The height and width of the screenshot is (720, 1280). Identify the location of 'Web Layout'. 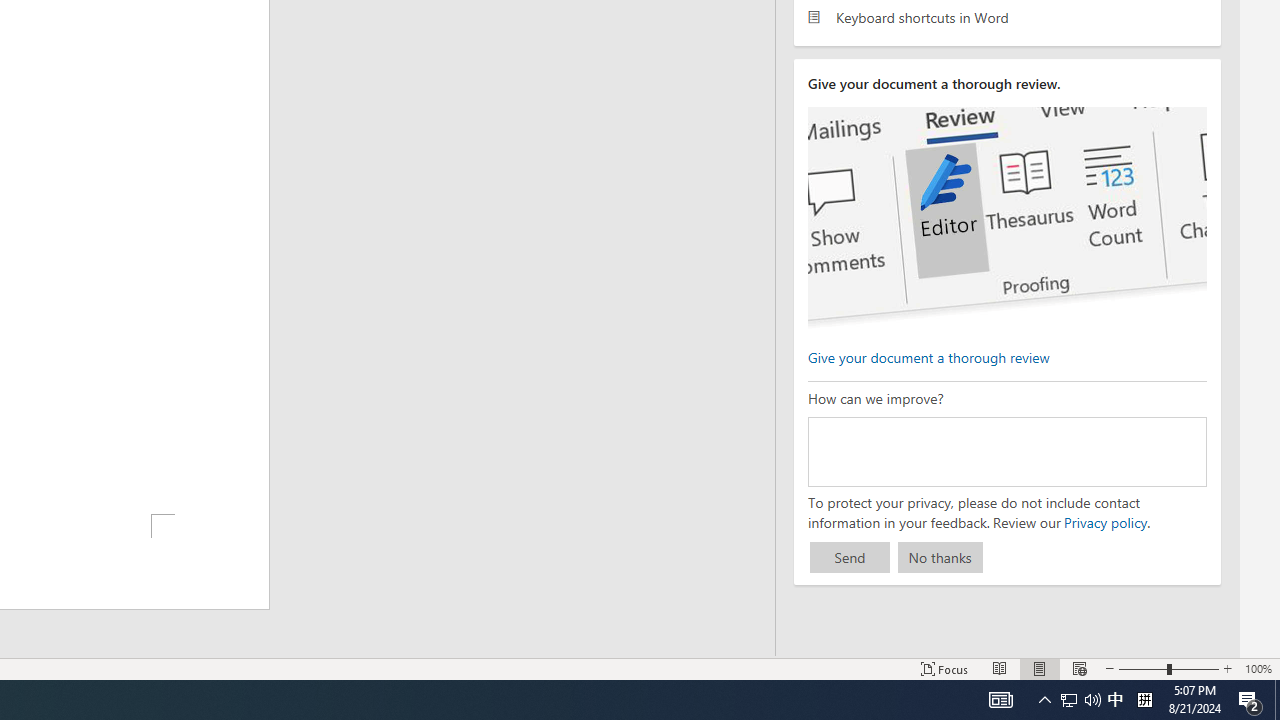
(1078, 669).